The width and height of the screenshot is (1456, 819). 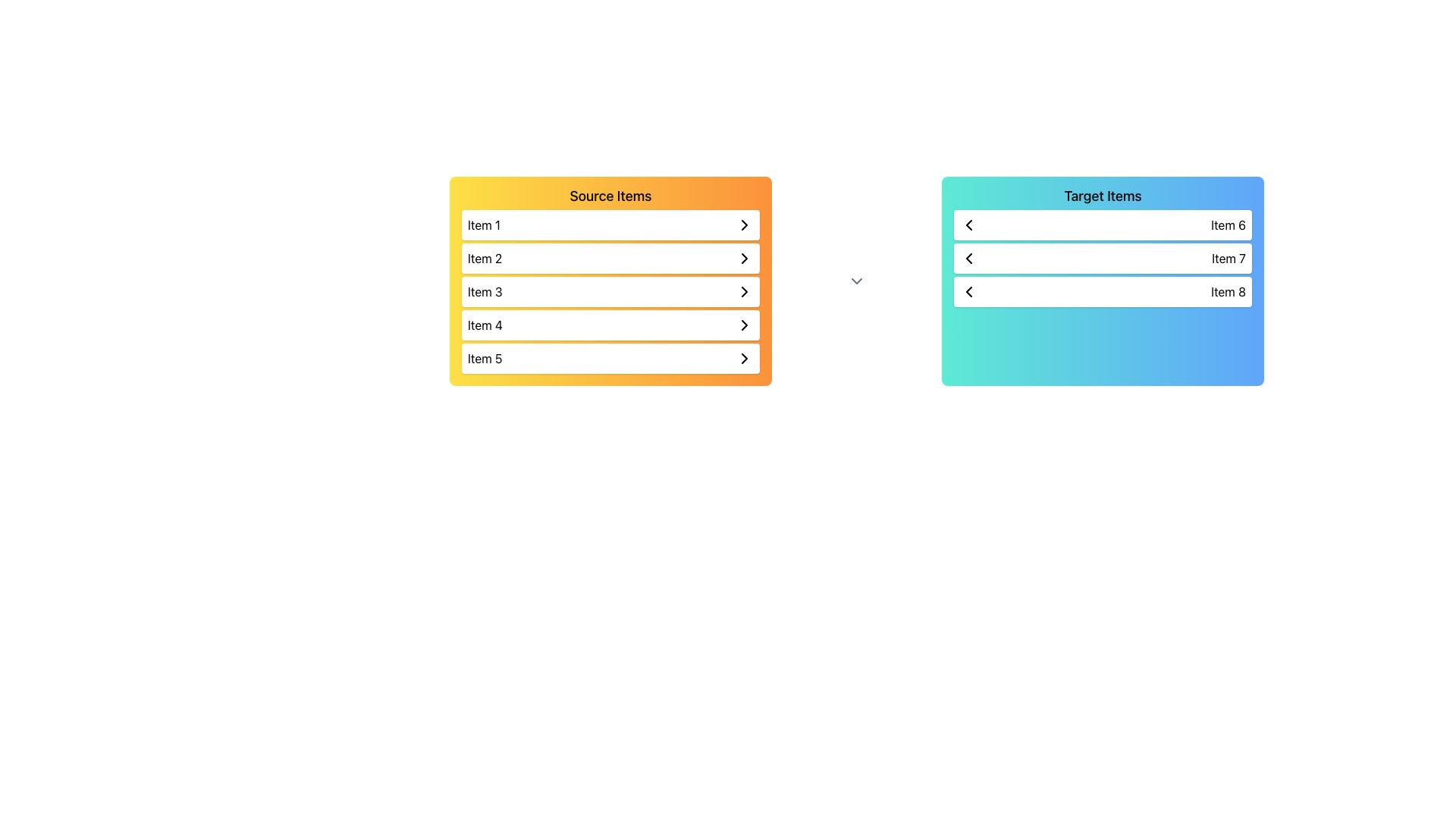 What do you see at coordinates (744, 257) in the screenshot?
I see `the small right-pointing chevron icon at the far-right end of the 'Item 2' row in the 'Source Items' list` at bounding box center [744, 257].